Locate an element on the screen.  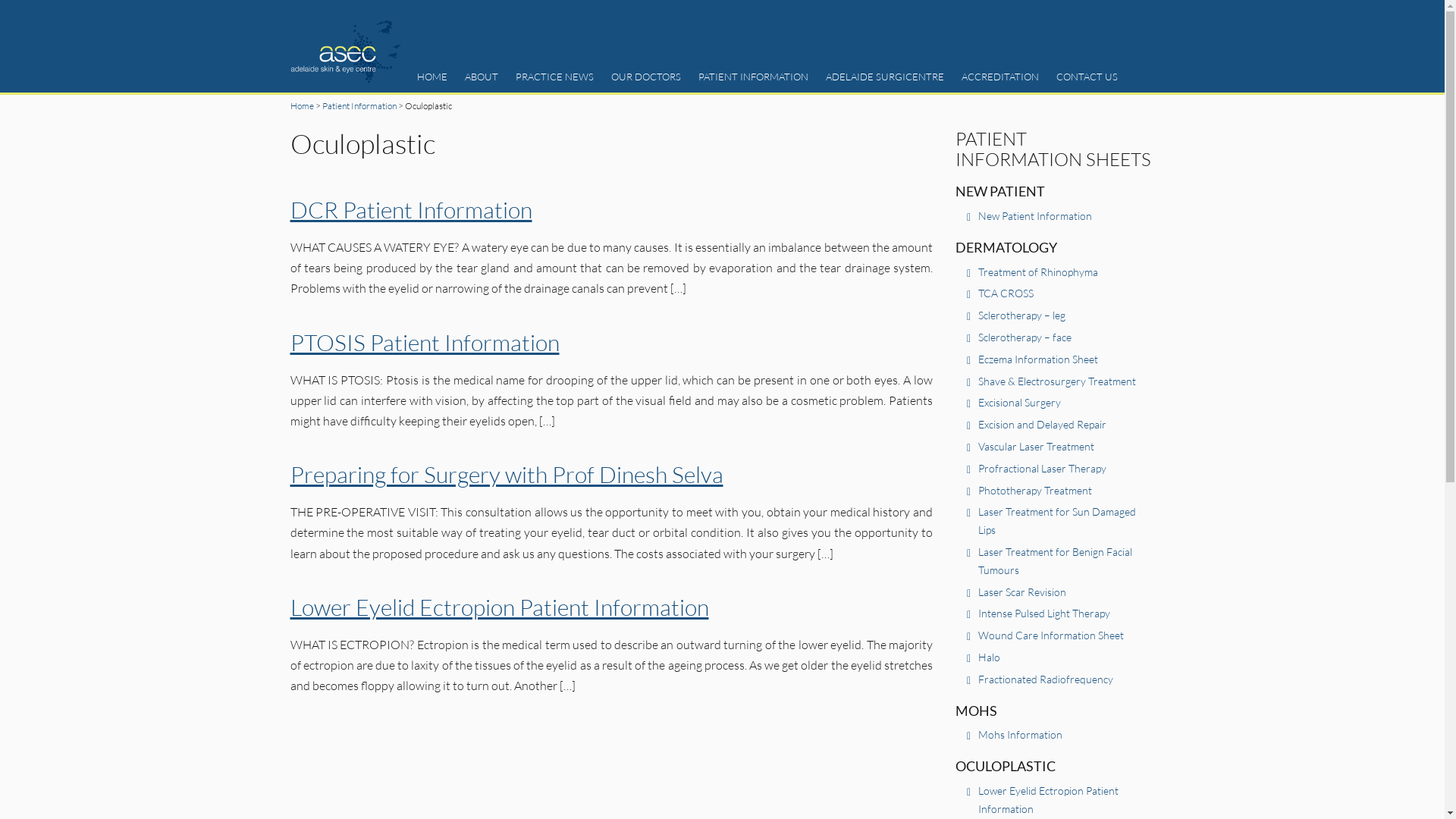
'Profractional Laser Therapy' is located at coordinates (978, 467).